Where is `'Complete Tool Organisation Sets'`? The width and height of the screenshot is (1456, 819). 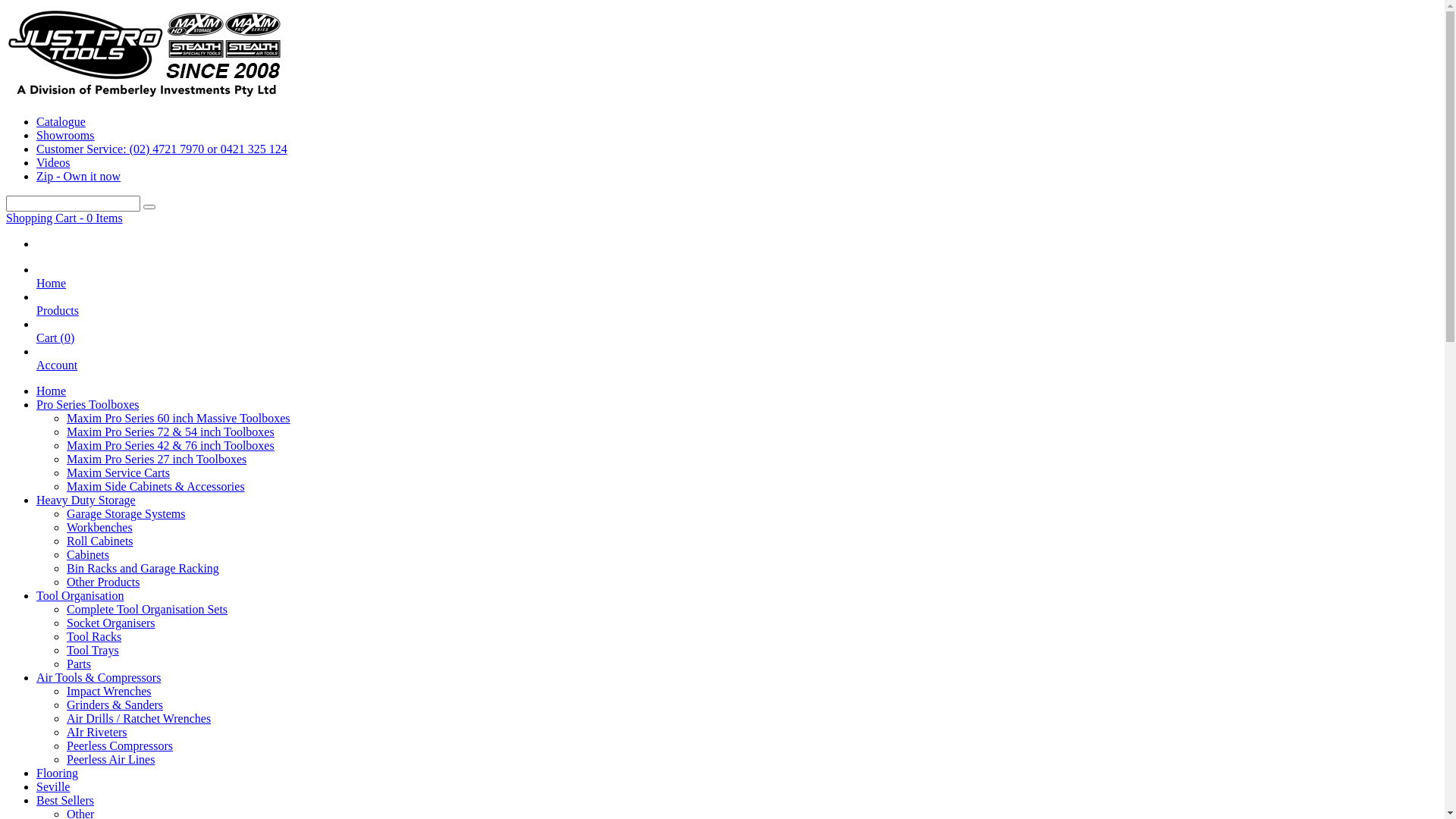 'Complete Tool Organisation Sets' is located at coordinates (65, 608).